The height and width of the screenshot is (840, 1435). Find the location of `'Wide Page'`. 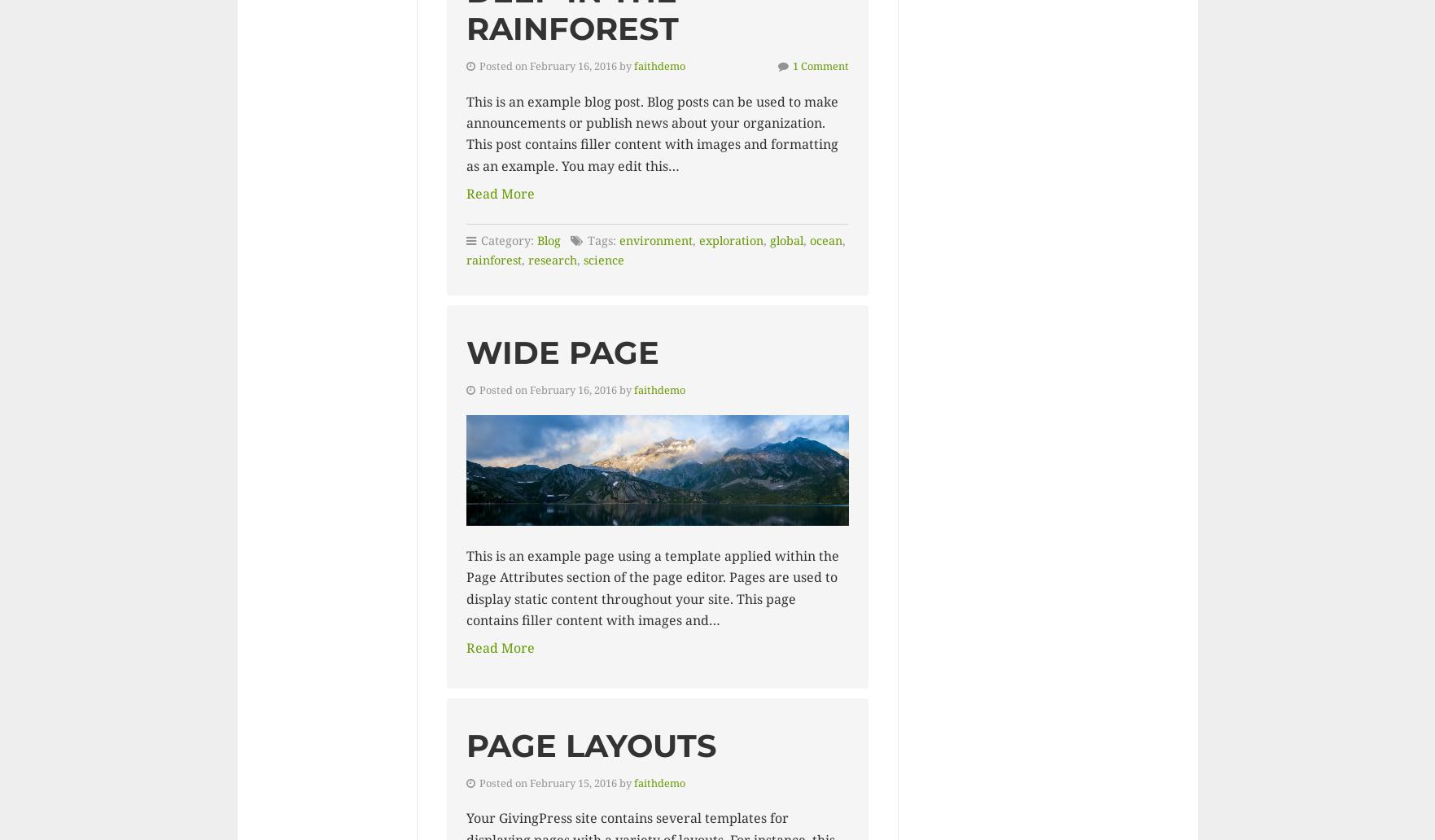

'Wide Page' is located at coordinates (562, 352).